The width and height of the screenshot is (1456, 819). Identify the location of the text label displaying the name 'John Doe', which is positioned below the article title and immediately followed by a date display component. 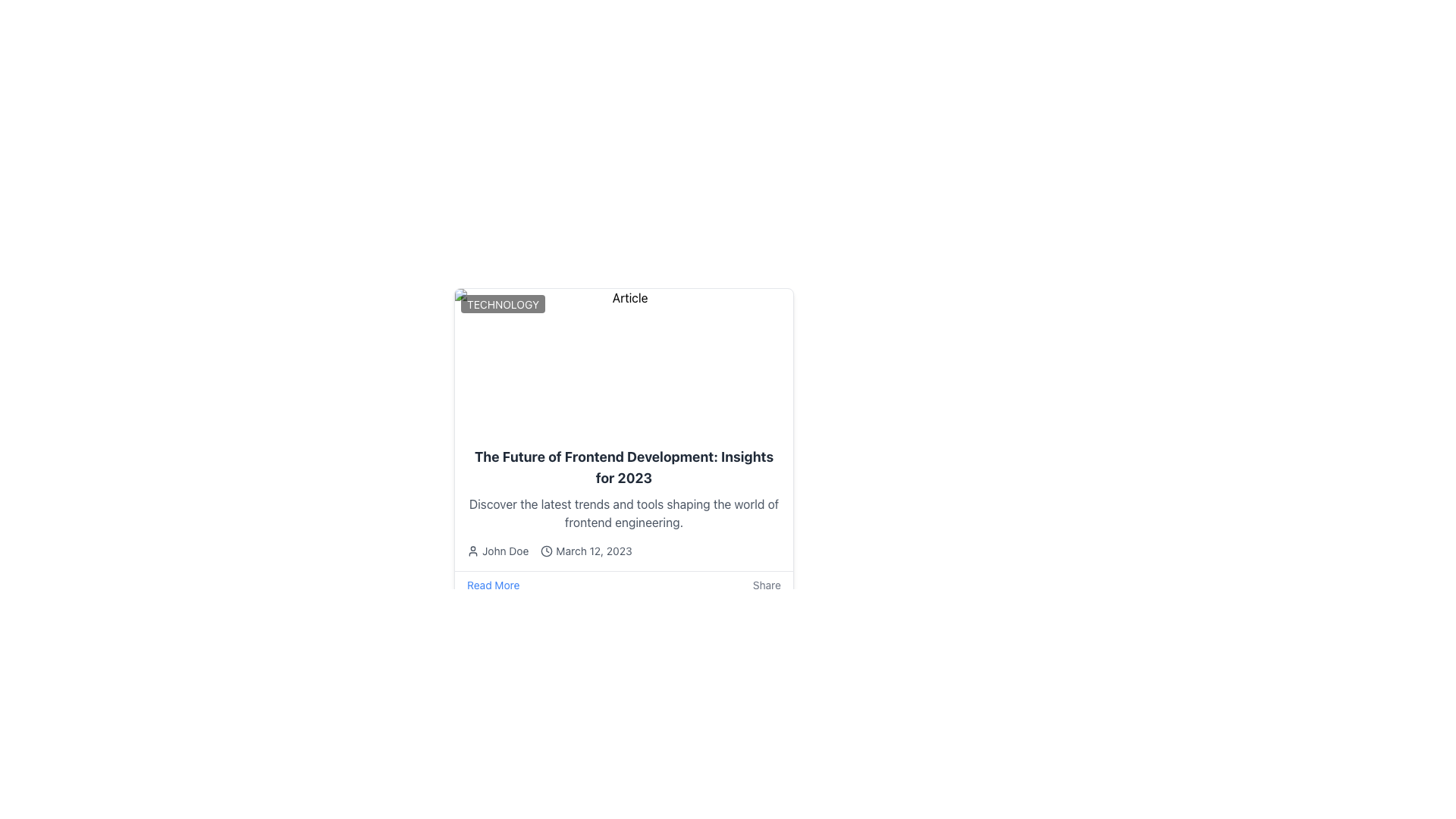
(505, 551).